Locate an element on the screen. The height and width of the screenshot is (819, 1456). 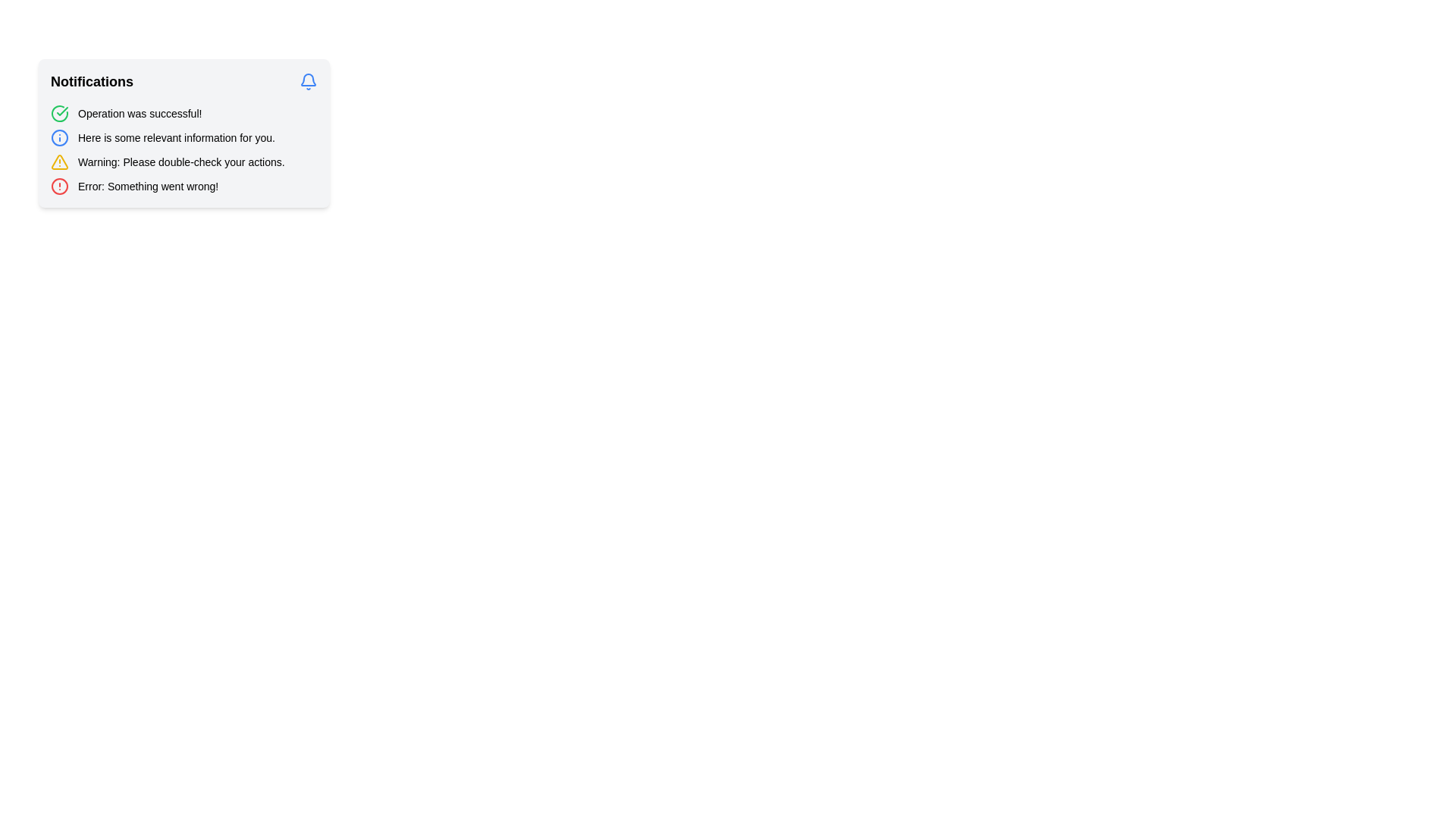
warning notification located between the 'Here is some relevant information for you.' and 'Error: Something went wrong!' notifications is located at coordinates (184, 162).